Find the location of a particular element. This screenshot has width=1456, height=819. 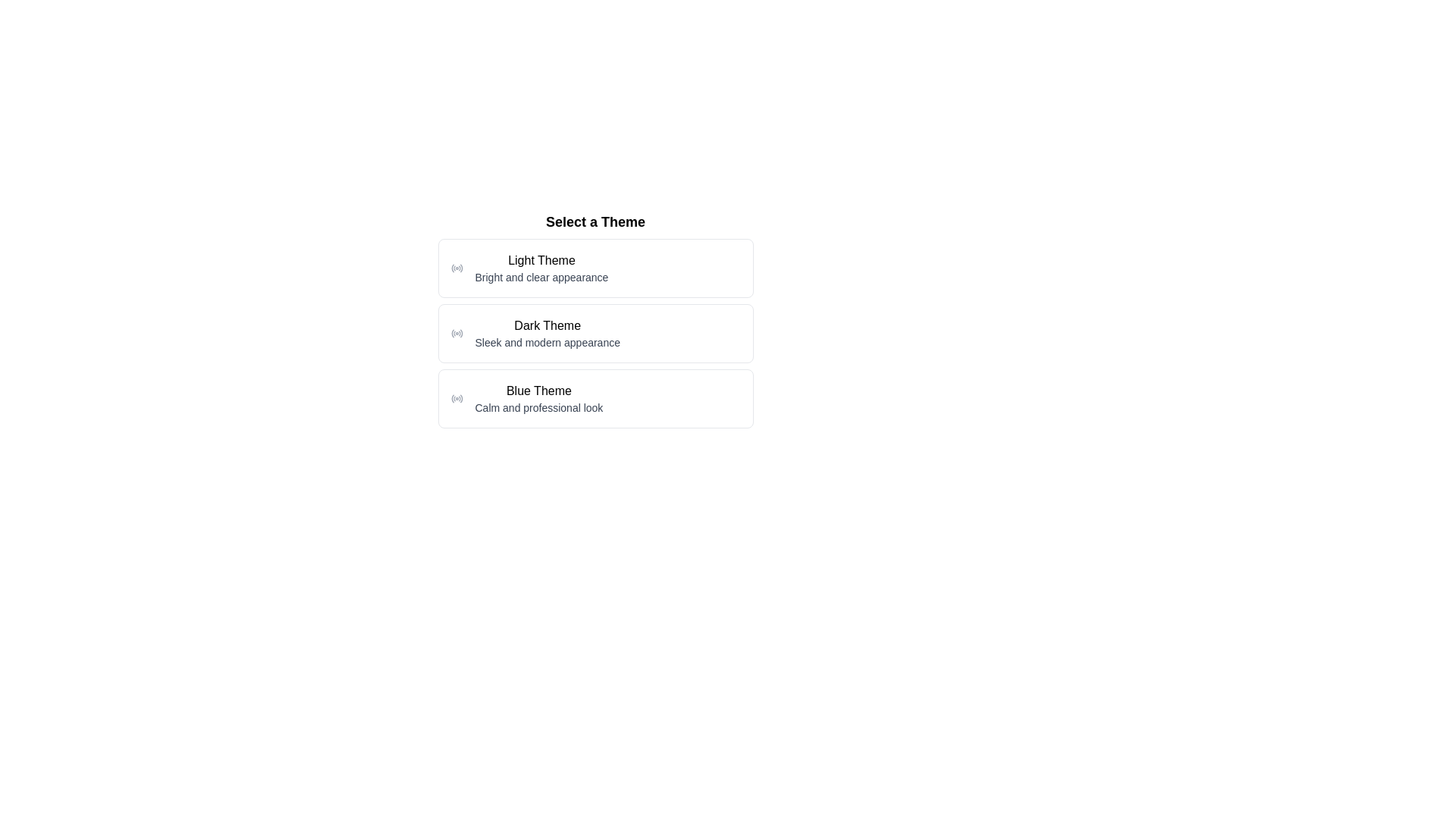

the text label element that says 'Bright and clear appearance', which is located directly below the 'Light Theme' heading in the first card of the theme selection options is located at coordinates (541, 278).